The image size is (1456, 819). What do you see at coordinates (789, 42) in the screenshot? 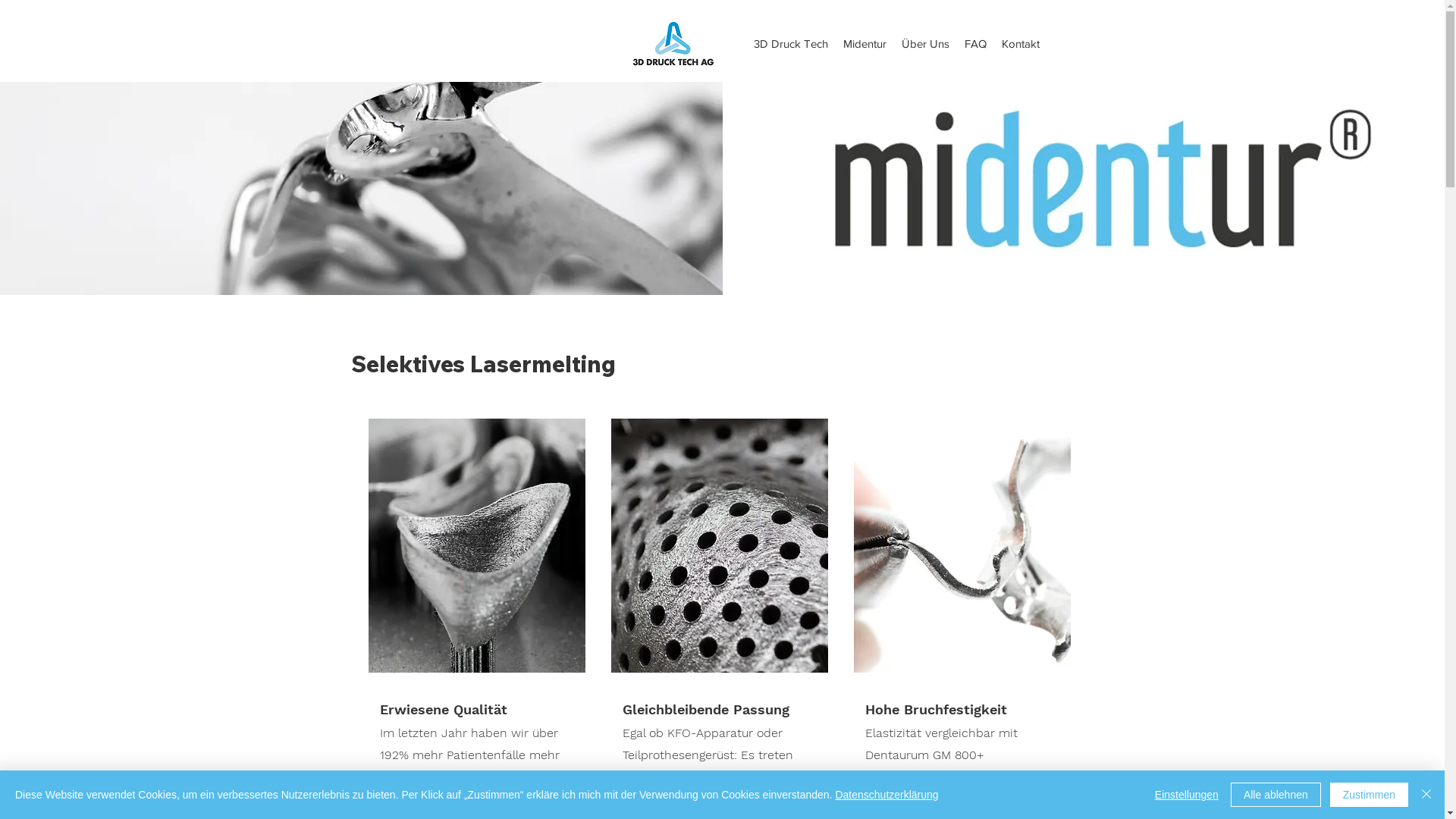
I see `'3D Druck Tech'` at bounding box center [789, 42].